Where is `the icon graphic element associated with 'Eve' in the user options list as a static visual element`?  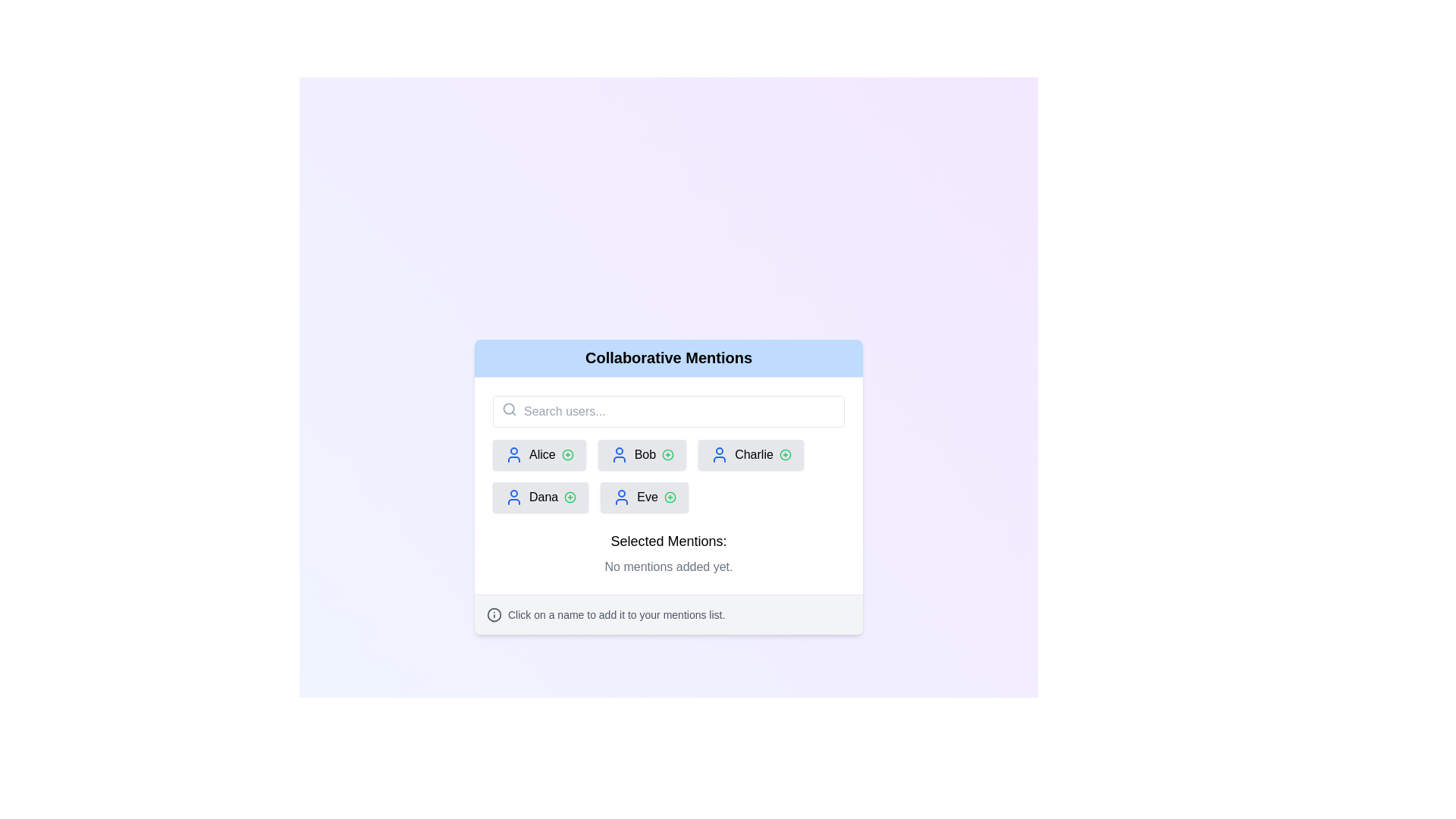
the icon graphic element associated with 'Eve' in the user options list as a static visual element is located at coordinates (669, 497).